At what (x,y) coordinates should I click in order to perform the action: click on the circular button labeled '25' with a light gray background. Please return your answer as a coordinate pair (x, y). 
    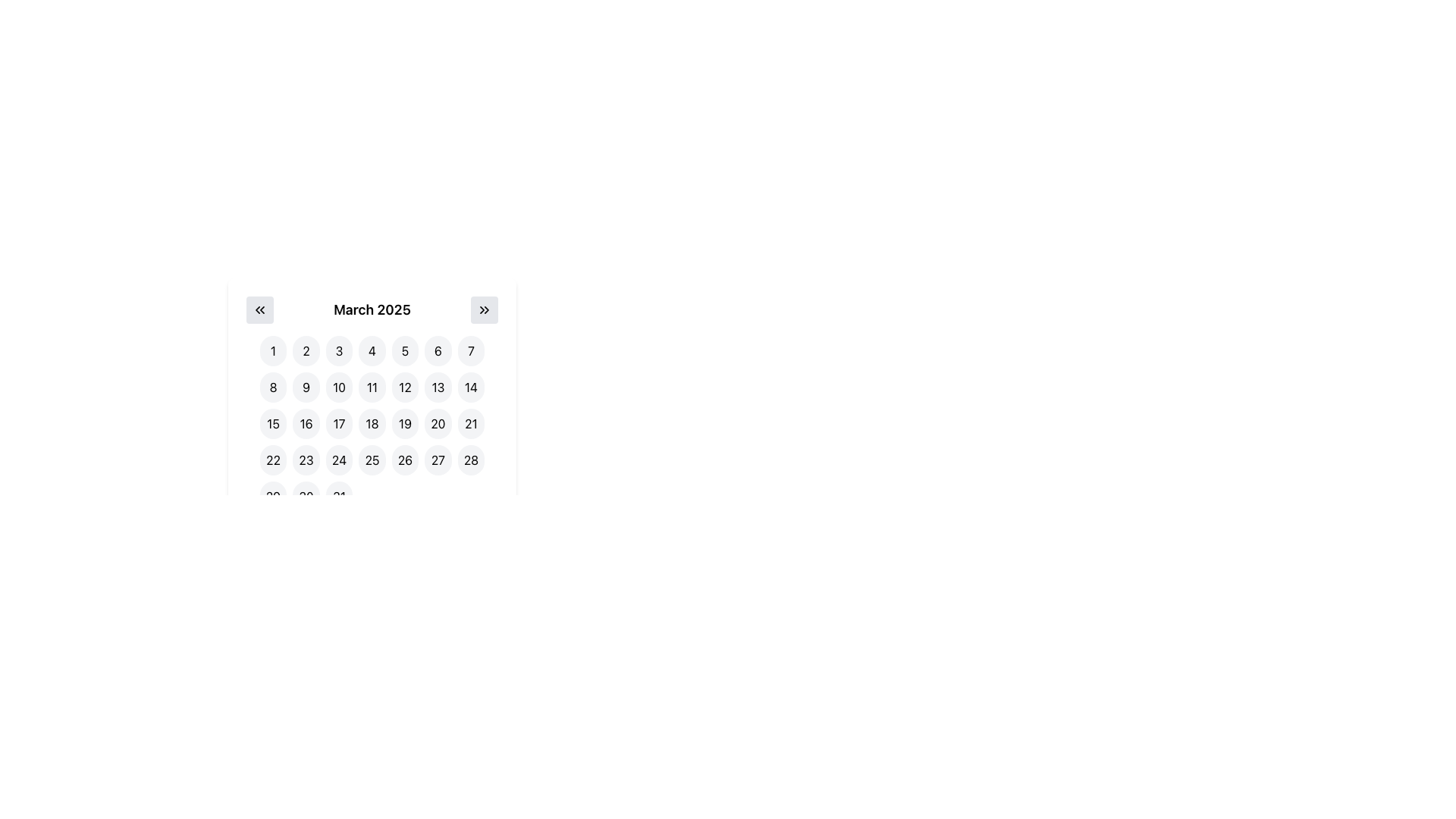
    Looking at the image, I should click on (372, 459).